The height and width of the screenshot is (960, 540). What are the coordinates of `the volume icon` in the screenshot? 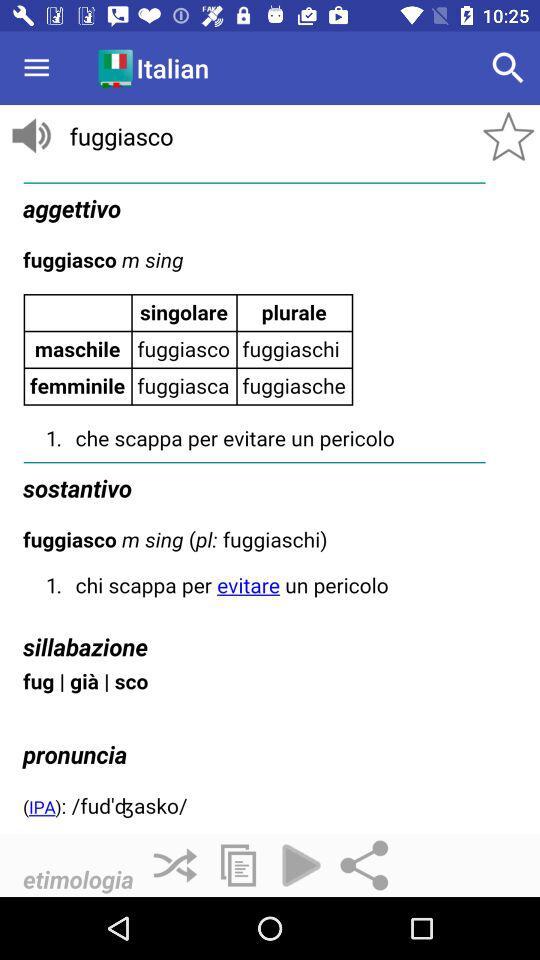 It's located at (30, 135).